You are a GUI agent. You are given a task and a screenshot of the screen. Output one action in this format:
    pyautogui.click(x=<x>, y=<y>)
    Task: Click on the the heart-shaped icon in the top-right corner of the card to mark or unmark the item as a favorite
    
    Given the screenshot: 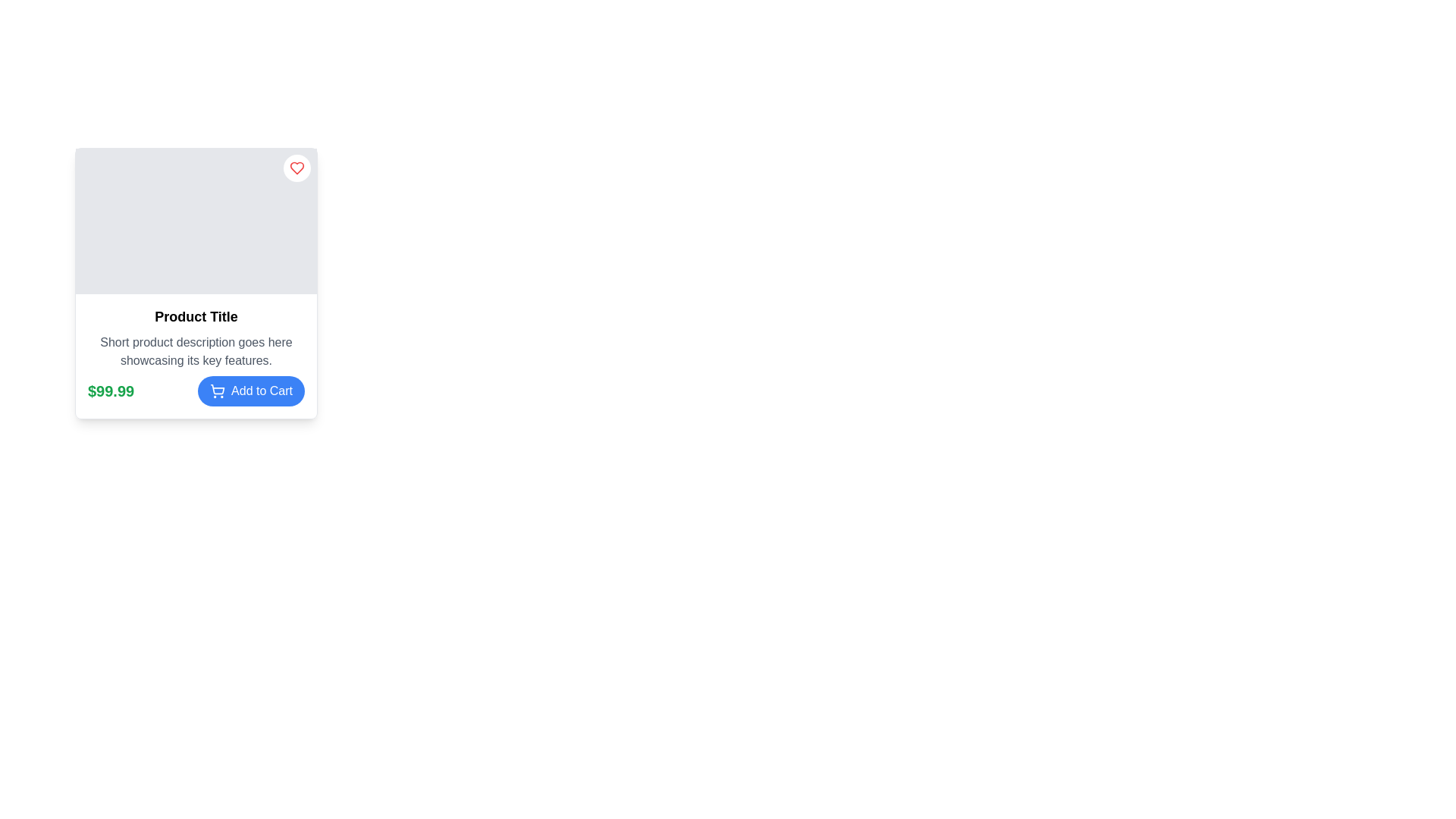 What is the action you would take?
    pyautogui.click(x=297, y=168)
    